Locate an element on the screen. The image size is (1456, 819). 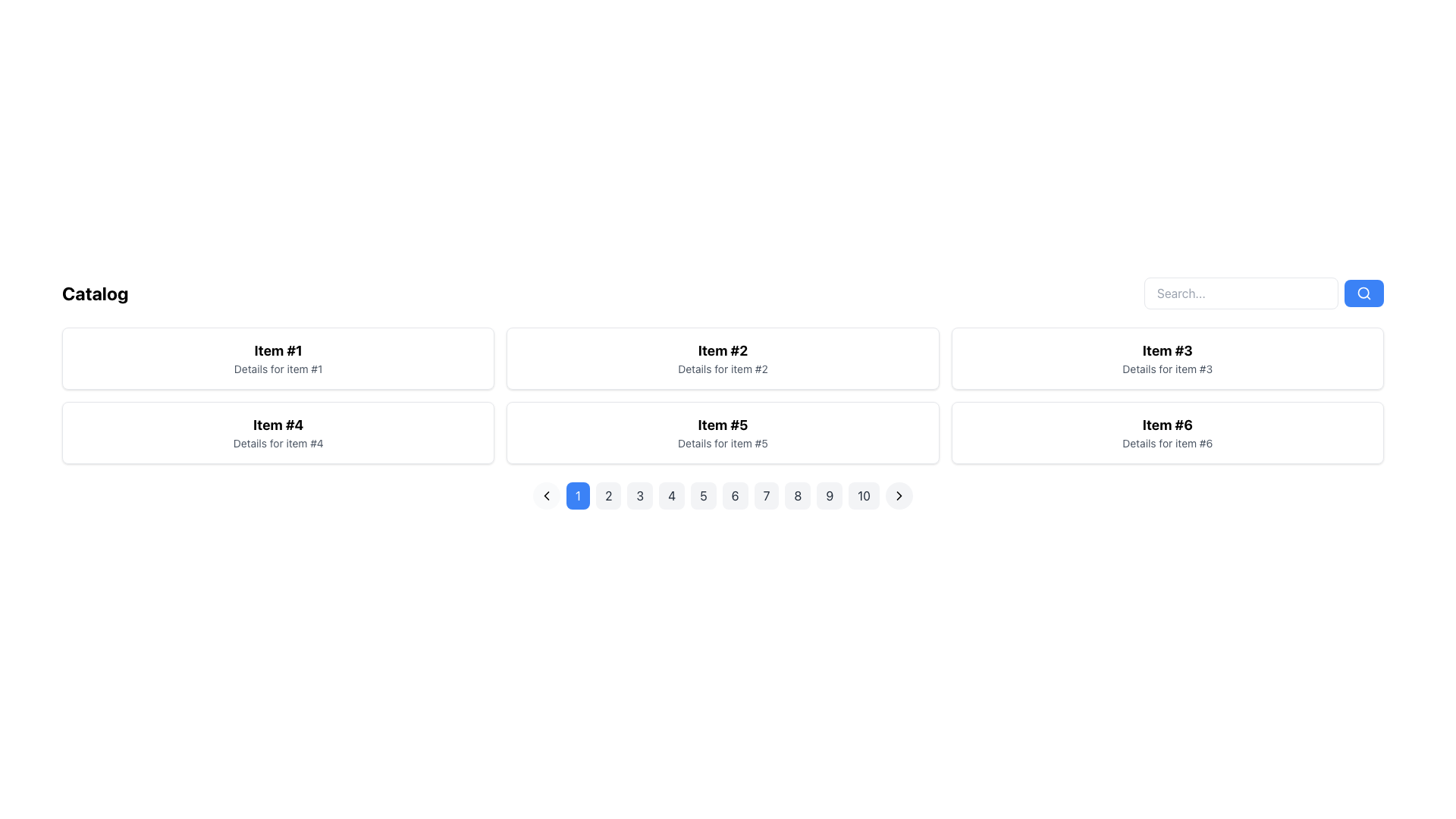
the rectangular button labeled '10' with a light gray background and bolded black font located in the pagination control bar at the bottom center of the interface is located at coordinates (864, 496).